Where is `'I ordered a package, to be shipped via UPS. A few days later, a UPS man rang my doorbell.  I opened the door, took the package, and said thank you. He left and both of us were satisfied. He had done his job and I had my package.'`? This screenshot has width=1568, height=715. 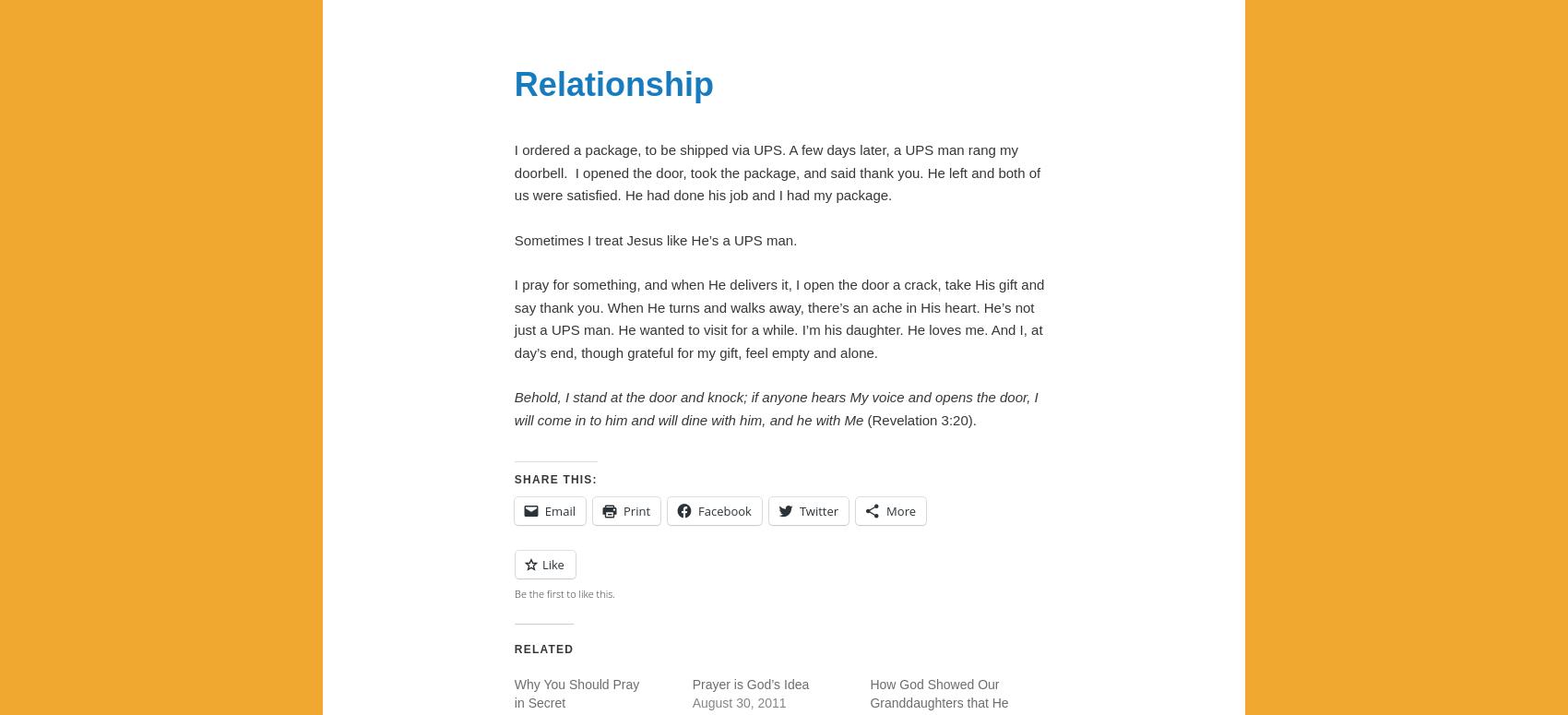
'I ordered a package, to be shipped via UPS. A few days later, a UPS man rang my doorbell.  I opened the door, took the package, and said thank you. He left and both of us were satisfied. He had done his job and I had my package.' is located at coordinates (776, 172).